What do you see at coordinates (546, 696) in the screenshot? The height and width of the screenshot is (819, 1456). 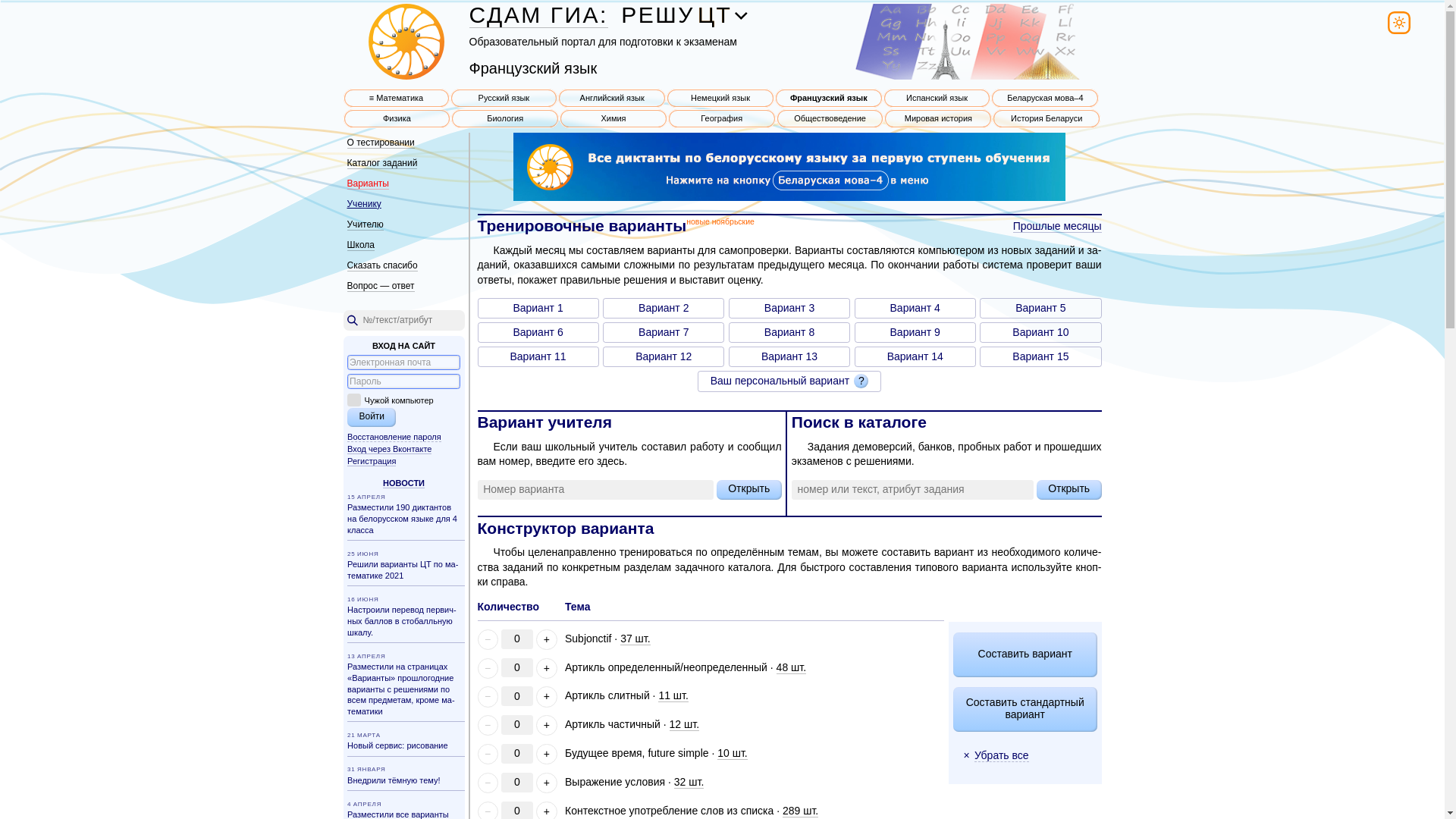 I see `'+'` at bounding box center [546, 696].